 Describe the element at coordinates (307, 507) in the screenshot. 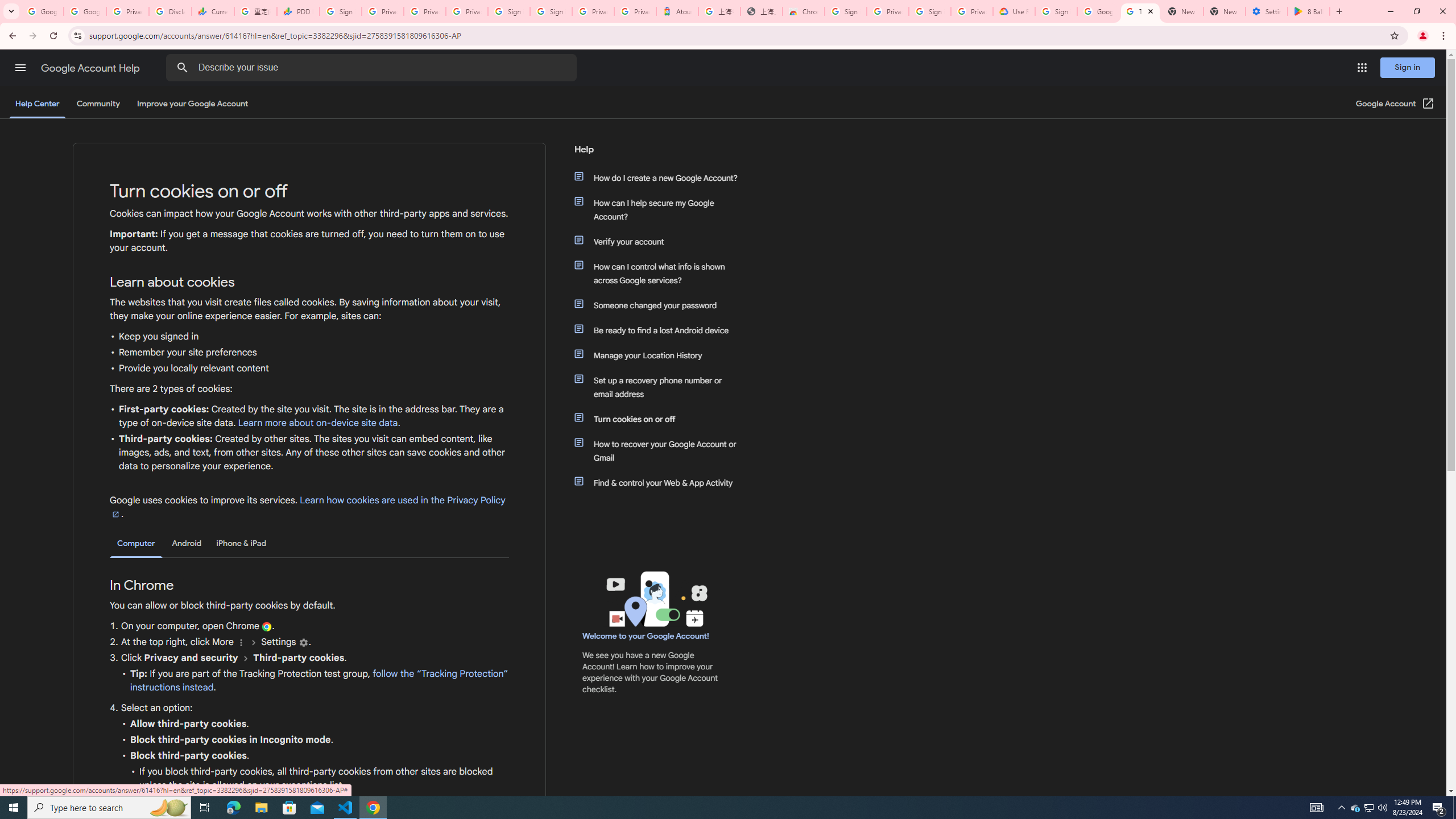

I see `'Learn how cookies are used in the Privacy Policy'` at that location.